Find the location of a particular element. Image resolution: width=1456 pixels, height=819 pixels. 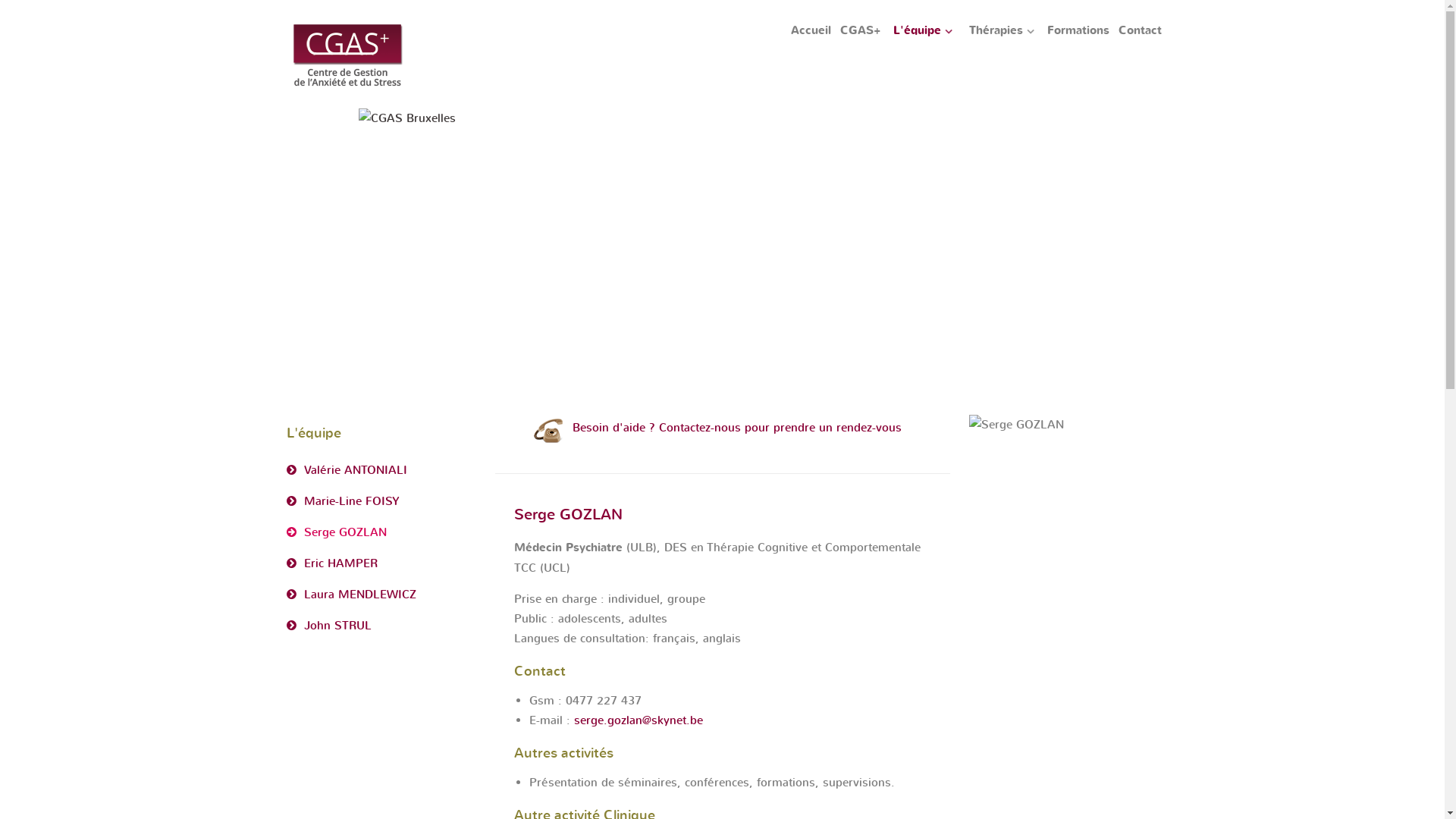

'Accueil' is located at coordinates (810, 31).